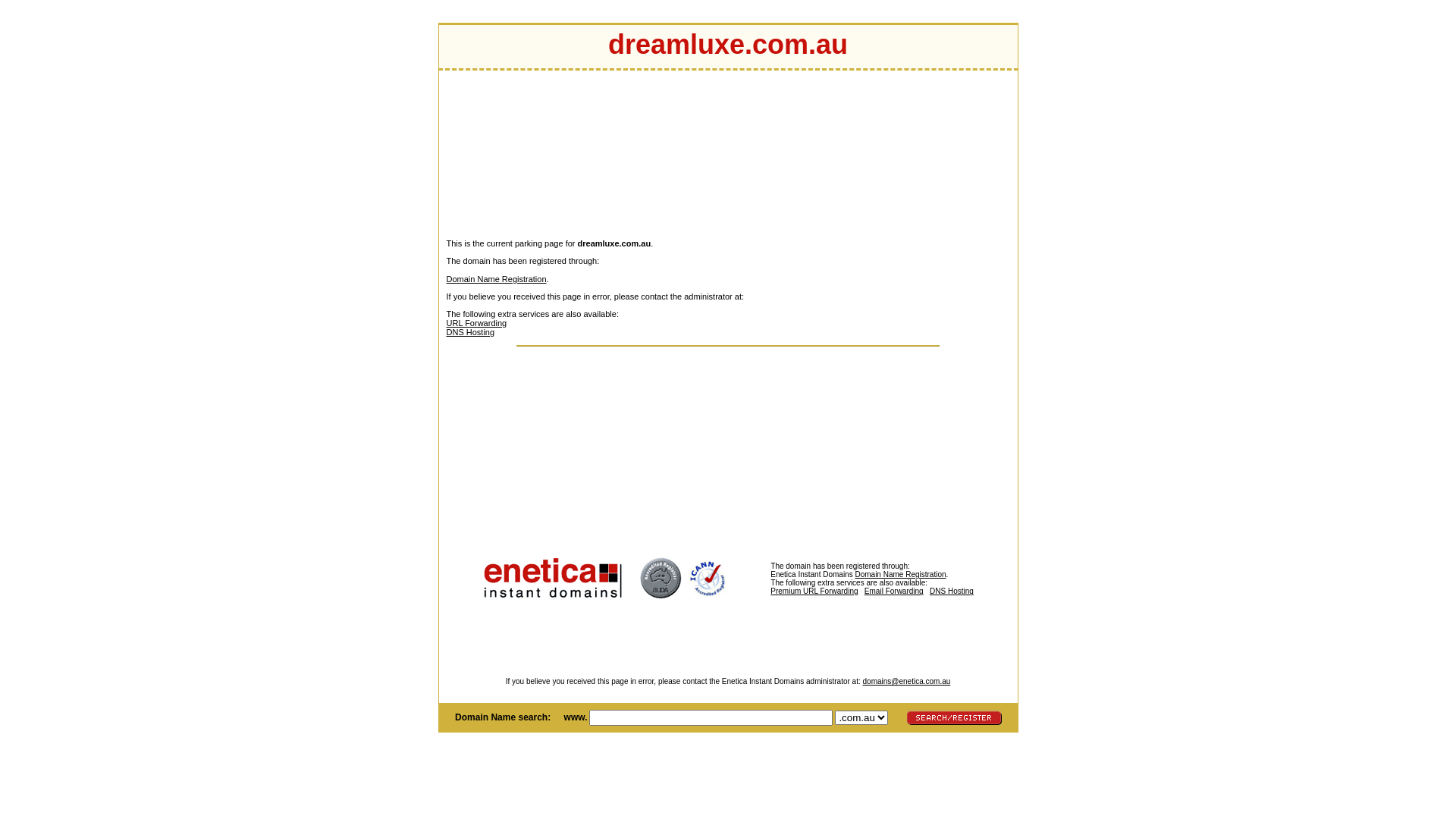  I want to click on 'Domain Name Registration', so click(495, 278).